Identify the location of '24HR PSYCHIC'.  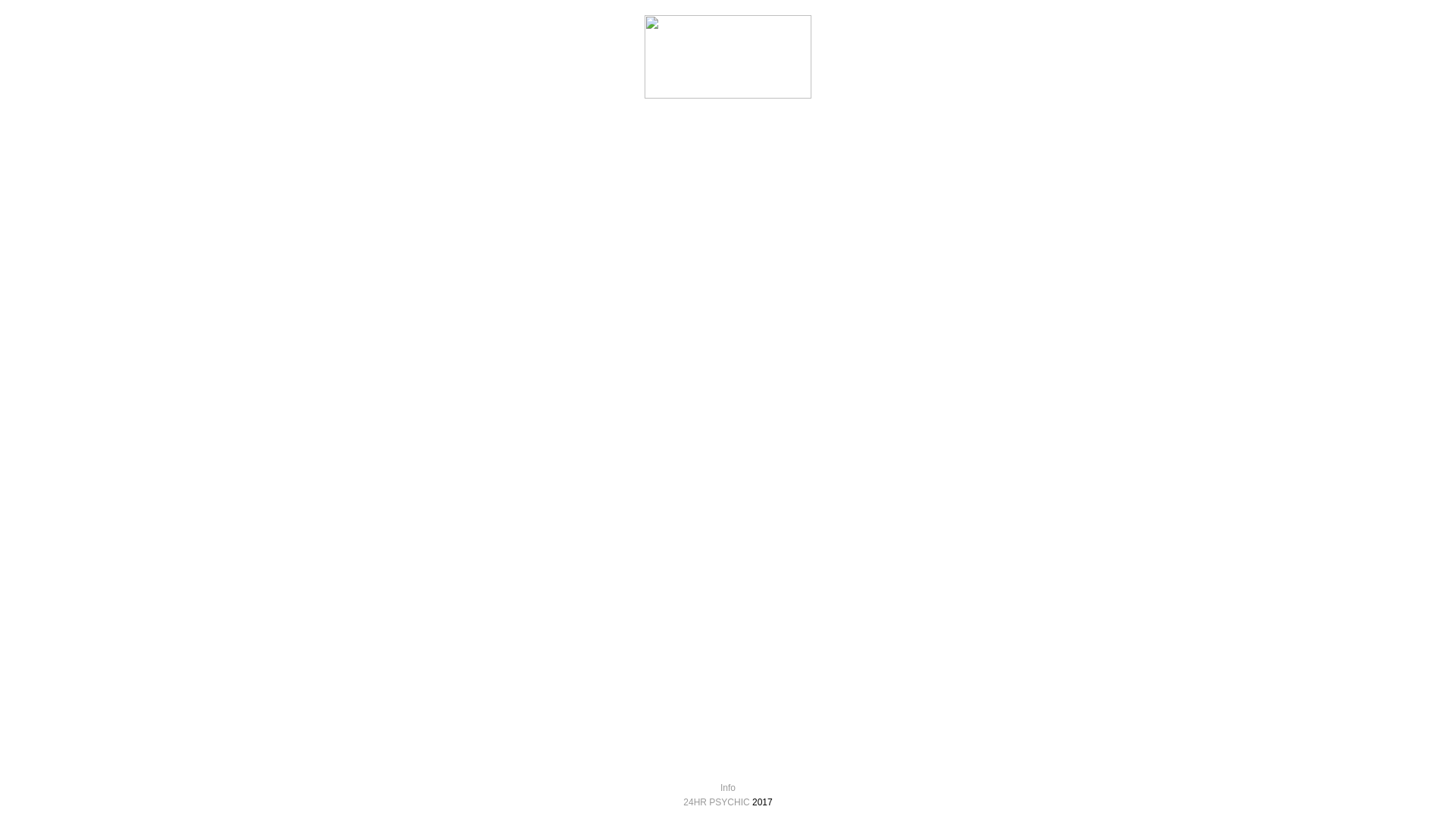
(715, 801).